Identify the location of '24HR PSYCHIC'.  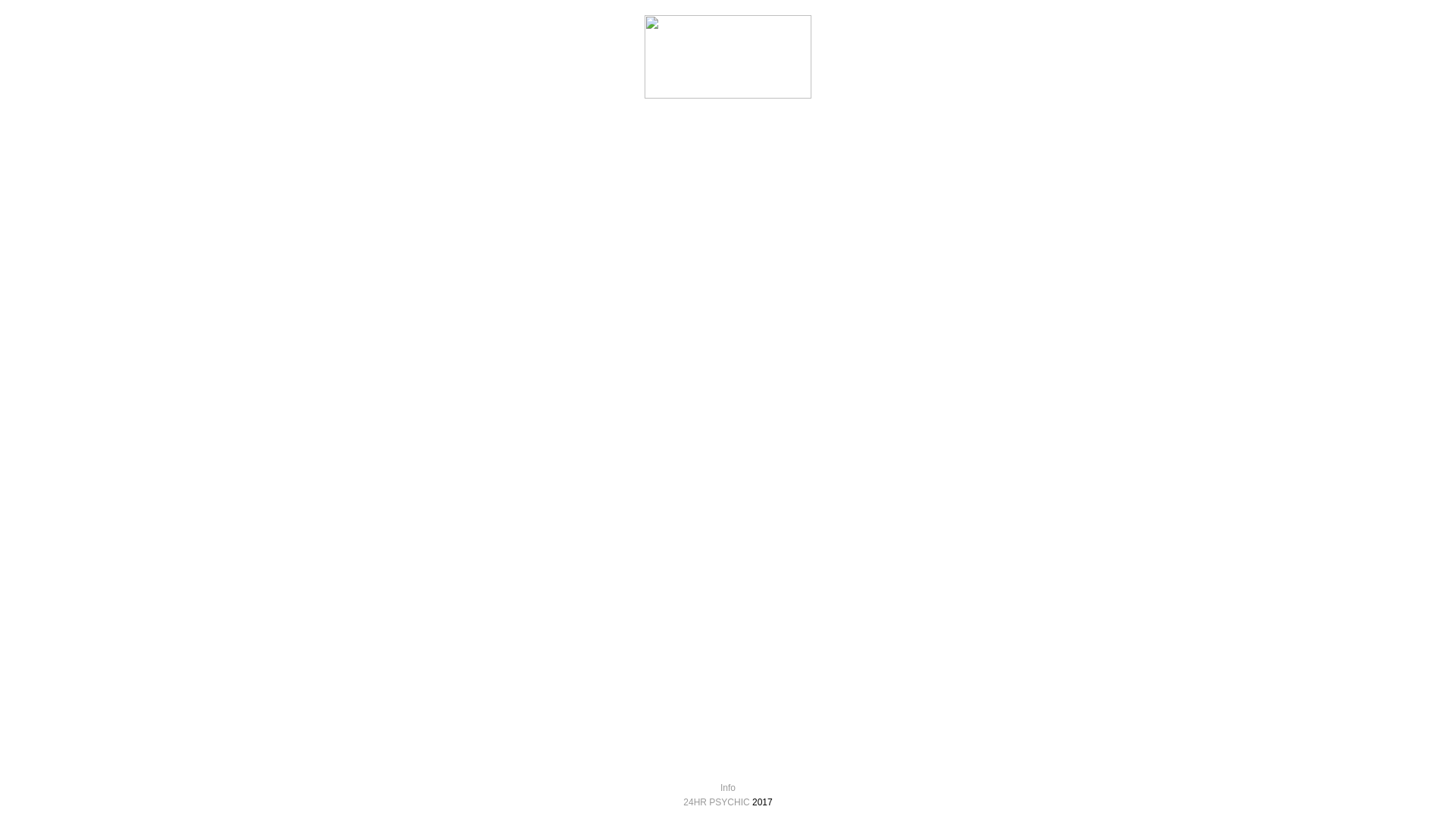
(715, 801).